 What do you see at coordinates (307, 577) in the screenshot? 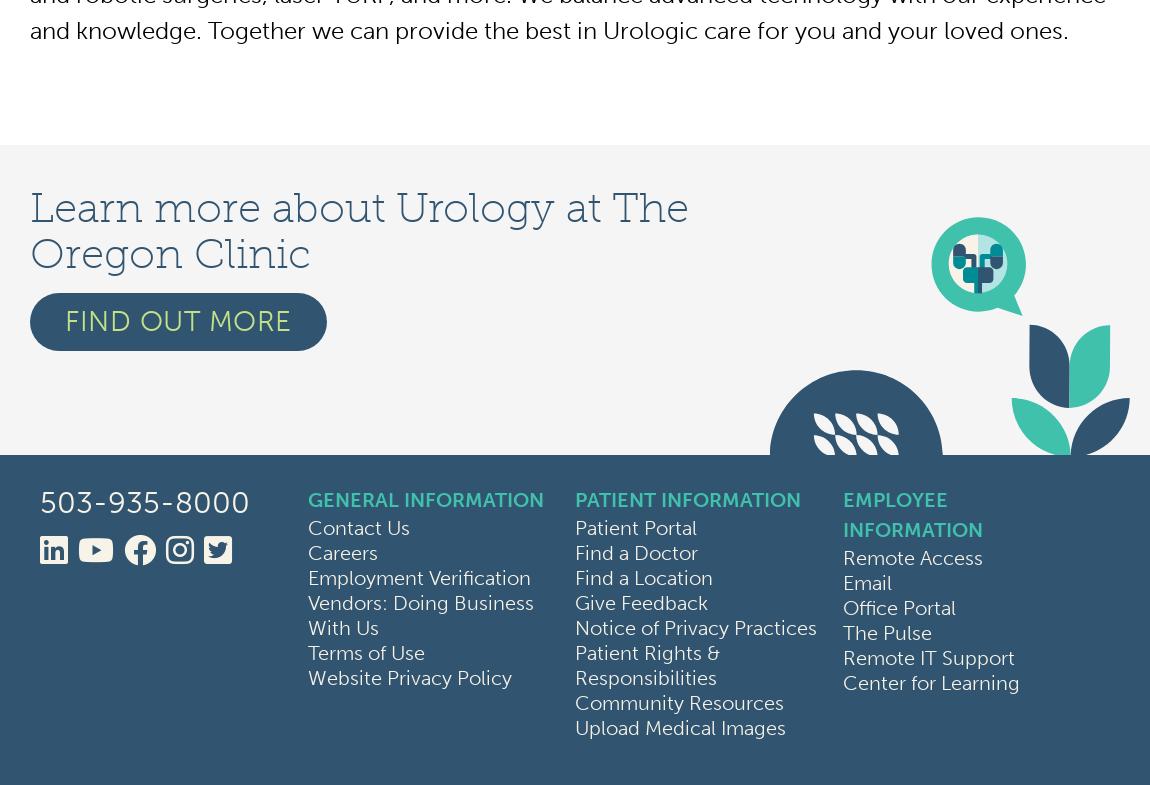
I see `'Employment Verification'` at bounding box center [307, 577].